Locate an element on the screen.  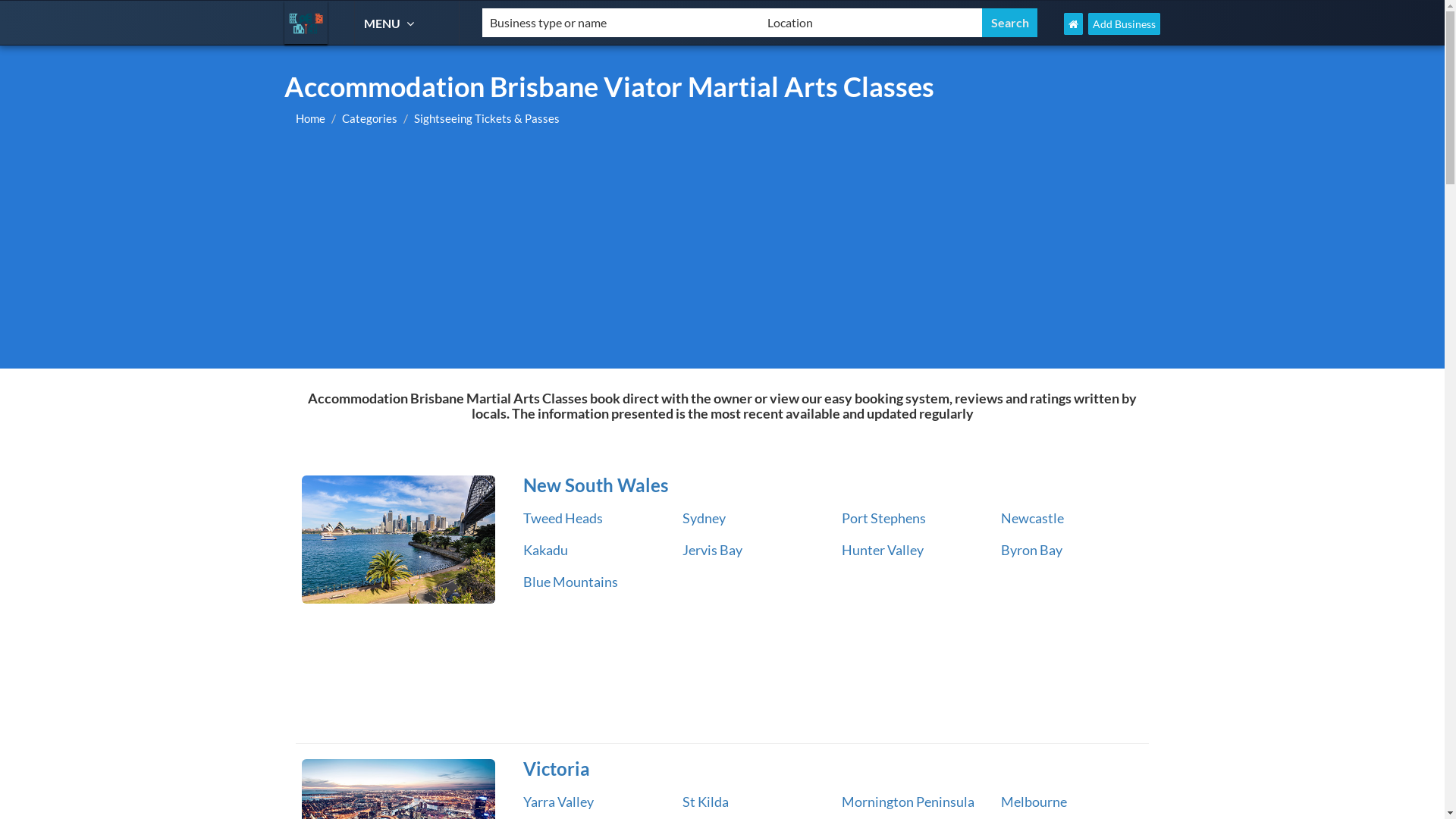
'Yarra Valley' is located at coordinates (557, 800).